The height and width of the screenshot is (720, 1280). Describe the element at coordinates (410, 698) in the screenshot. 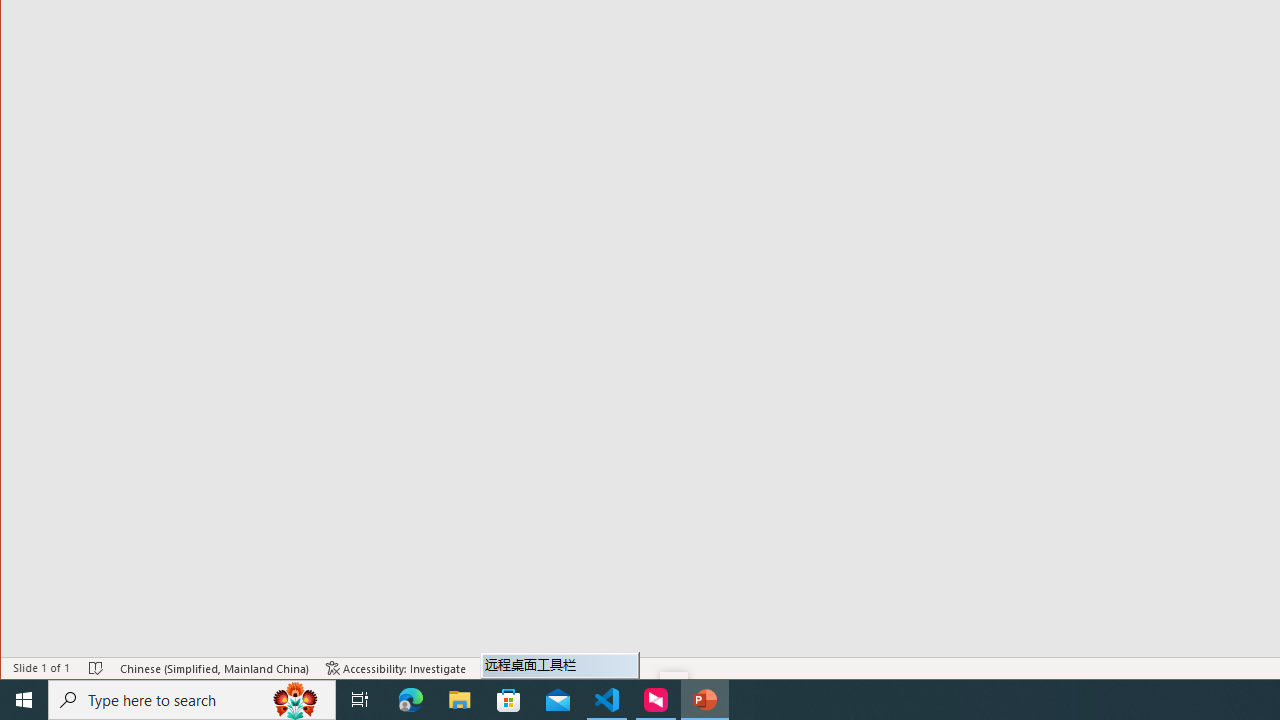

I see `'Microsoft Edge'` at that location.